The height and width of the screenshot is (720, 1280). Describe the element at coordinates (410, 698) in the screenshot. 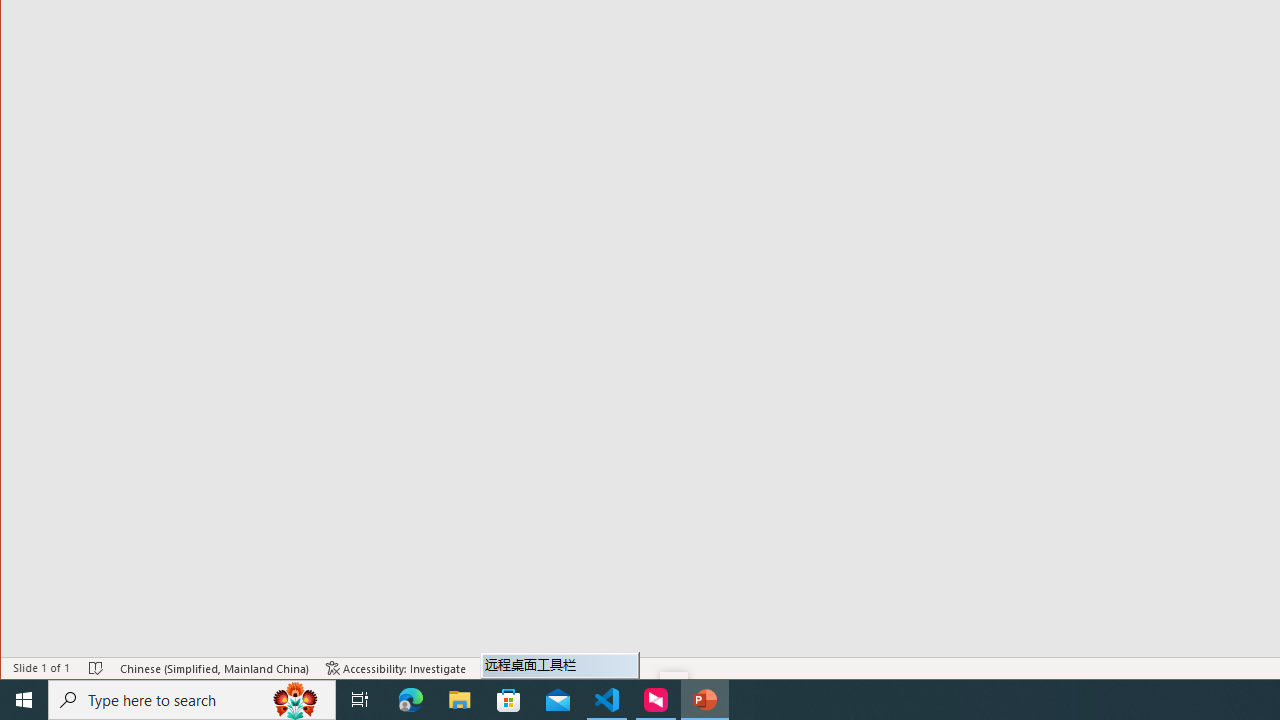

I see `'Microsoft Edge'` at that location.